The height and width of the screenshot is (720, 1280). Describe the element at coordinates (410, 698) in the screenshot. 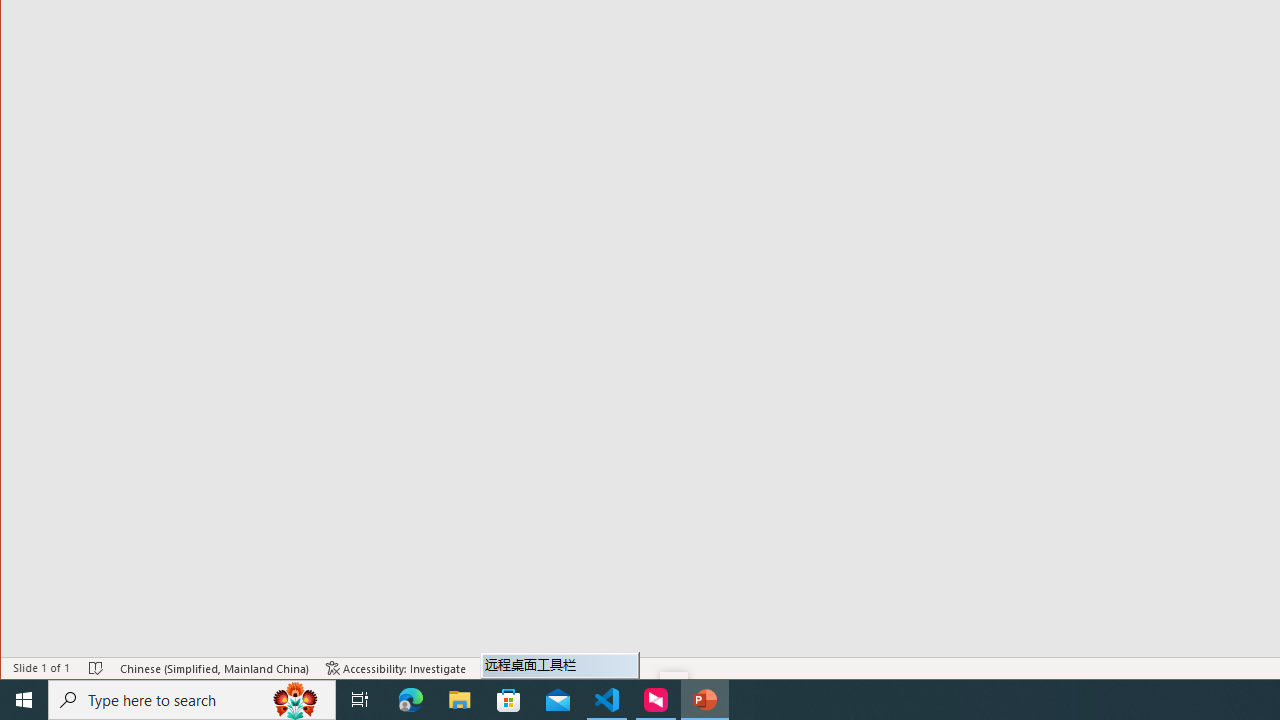

I see `'Microsoft Edge'` at that location.